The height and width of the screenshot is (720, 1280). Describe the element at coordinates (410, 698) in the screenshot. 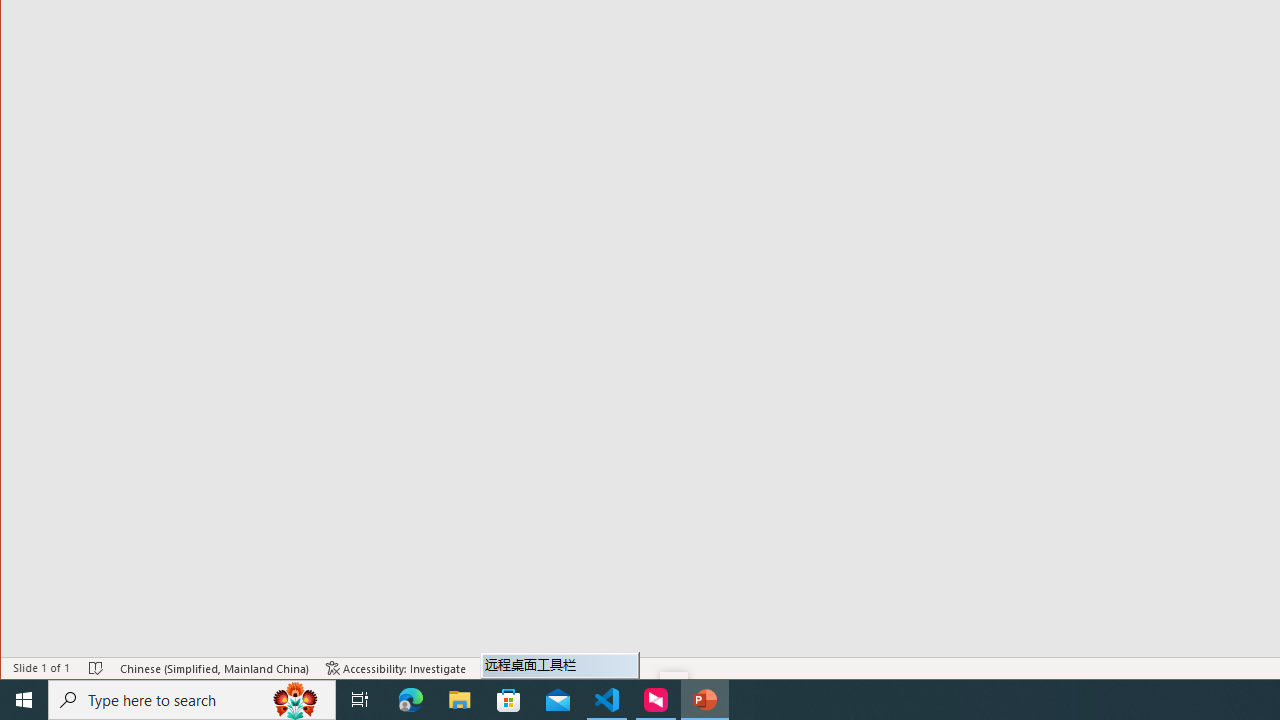

I see `'Microsoft Edge'` at that location.